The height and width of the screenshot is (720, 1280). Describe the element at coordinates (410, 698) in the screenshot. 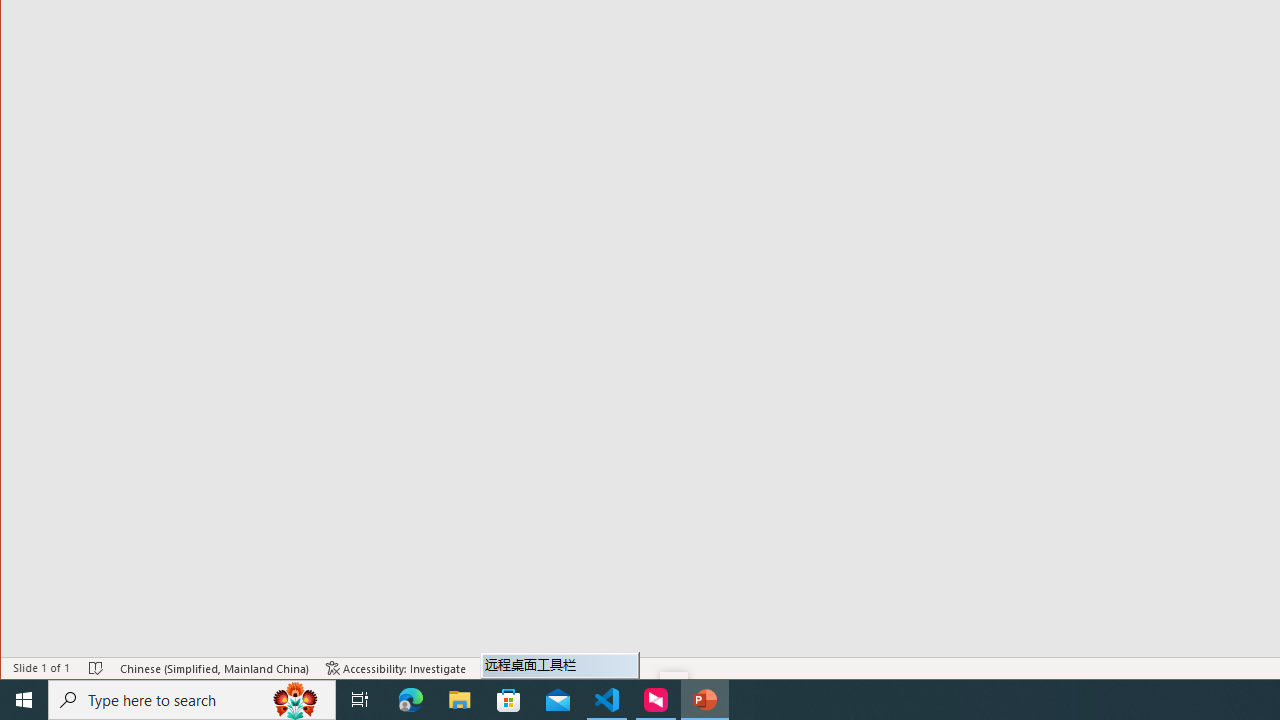

I see `'Microsoft Edge'` at that location.